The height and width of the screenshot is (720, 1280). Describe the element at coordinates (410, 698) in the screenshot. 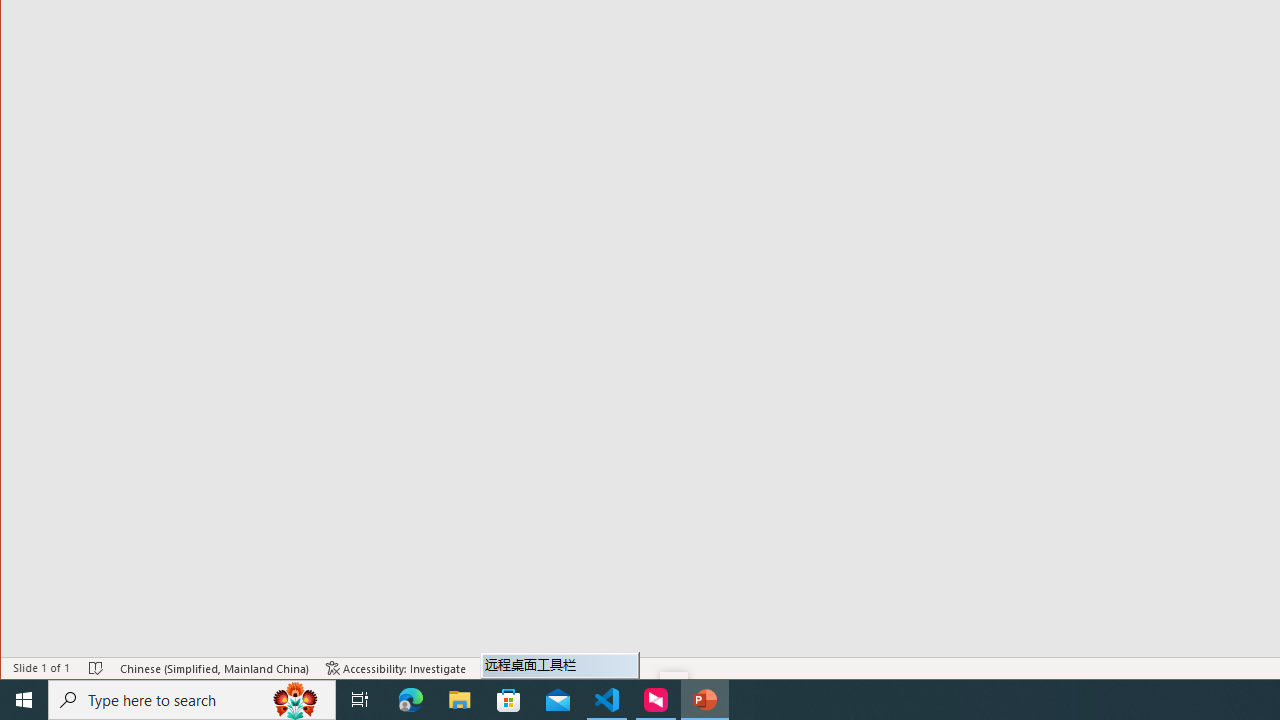

I see `'Microsoft Edge'` at that location.